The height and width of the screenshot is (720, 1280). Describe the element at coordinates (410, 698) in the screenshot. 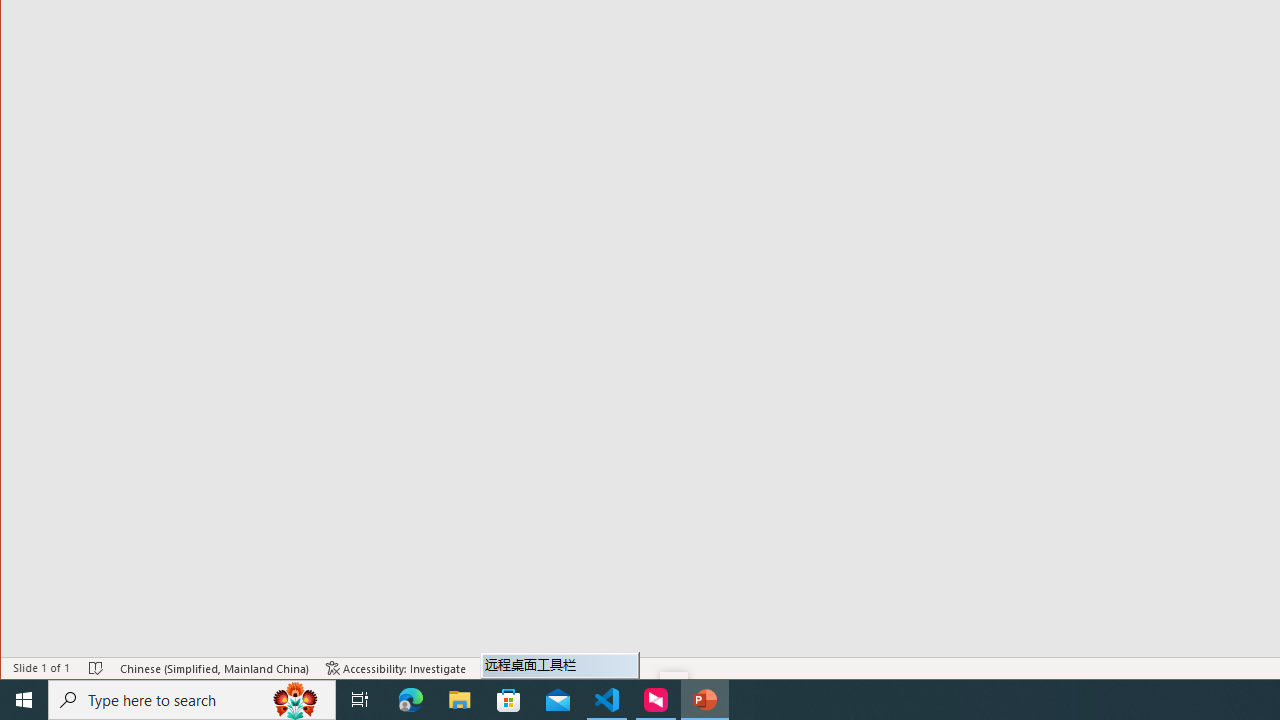

I see `'Microsoft Edge'` at that location.